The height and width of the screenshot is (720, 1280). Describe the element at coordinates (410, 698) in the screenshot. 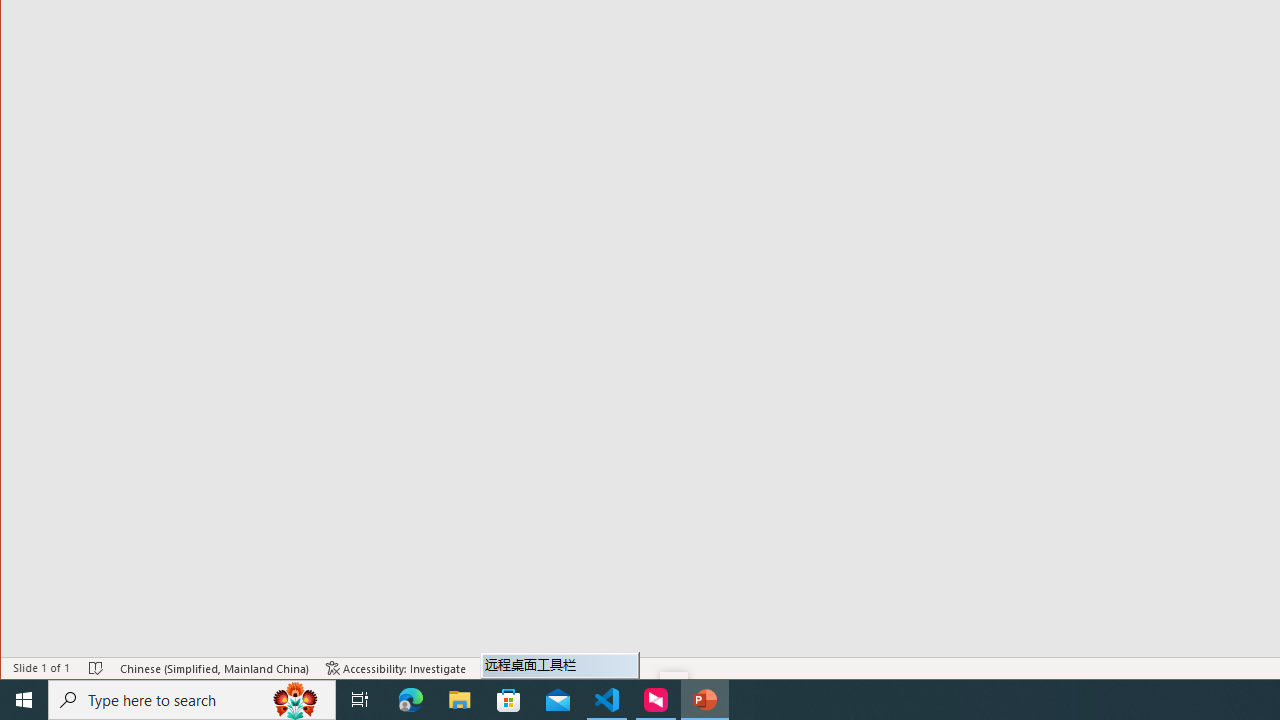

I see `'Microsoft Edge'` at that location.